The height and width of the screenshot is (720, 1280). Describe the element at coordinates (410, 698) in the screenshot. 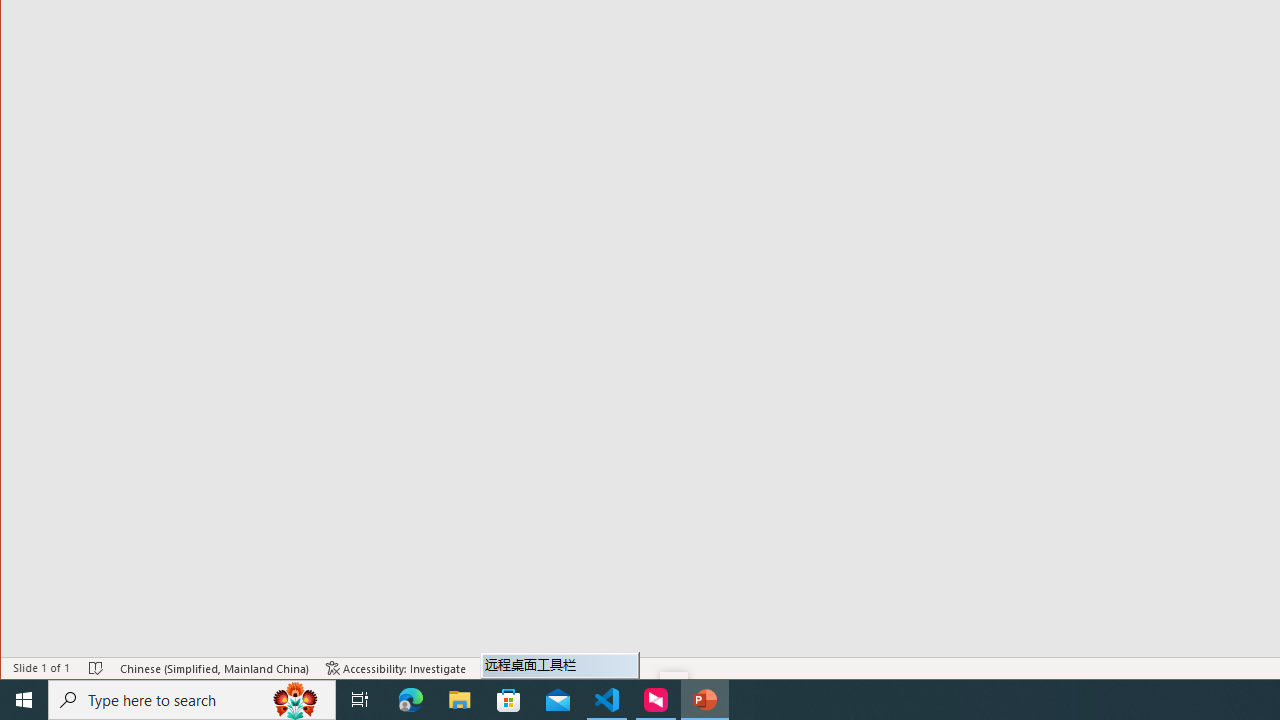

I see `'Microsoft Edge'` at that location.